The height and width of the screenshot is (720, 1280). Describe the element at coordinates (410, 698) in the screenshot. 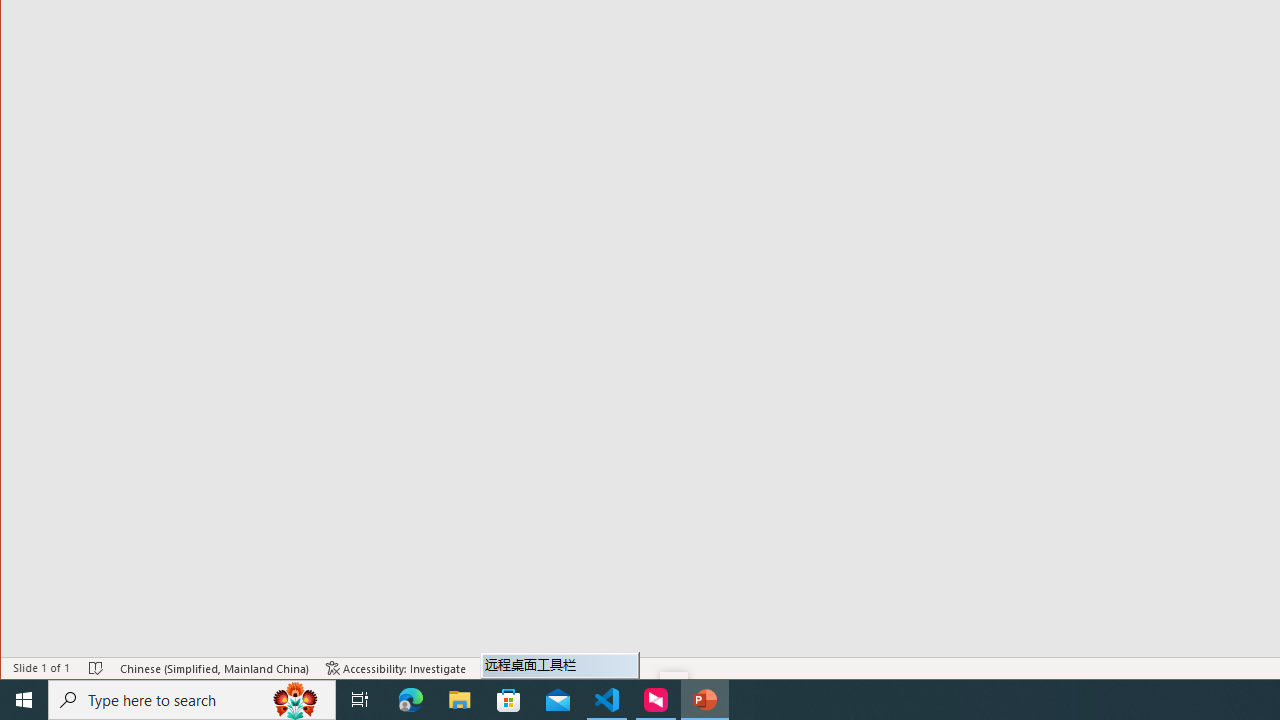

I see `'Microsoft Edge'` at that location.